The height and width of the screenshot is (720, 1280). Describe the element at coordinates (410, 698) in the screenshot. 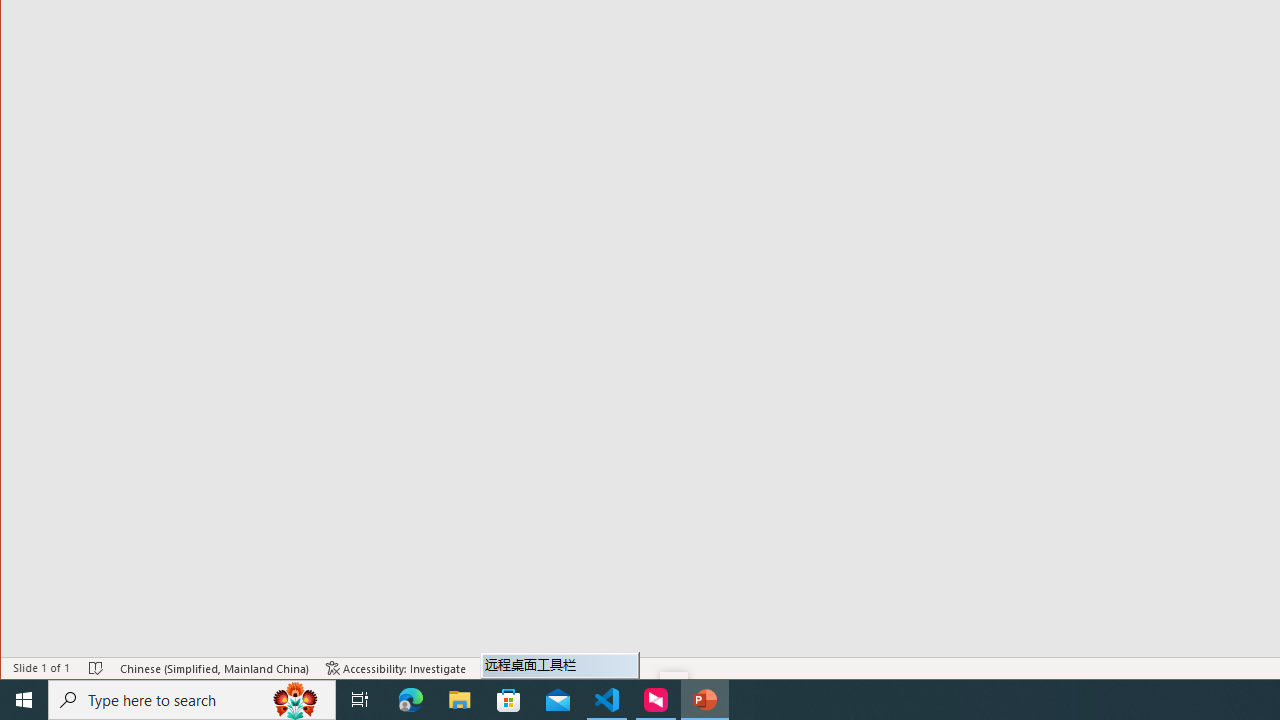

I see `'Microsoft Edge'` at that location.